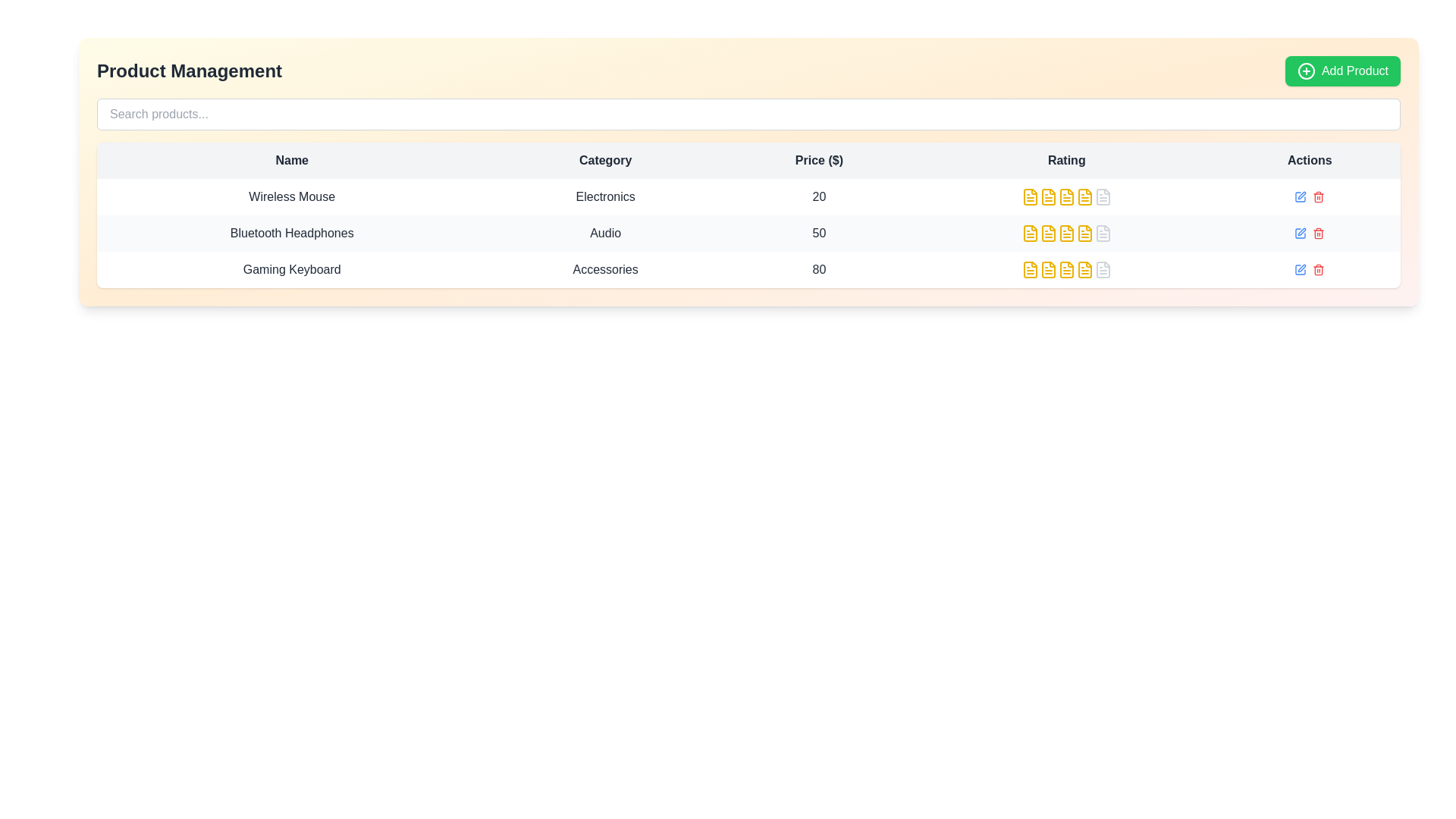 The height and width of the screenshot is (819, 1456). What do you see at coordinates (1309, 268) in the screenshot?
I see `the edit button in the Actions column for the Gaming Keyboard entry in the table to modify the entry` at bounding box center [1309, 268].